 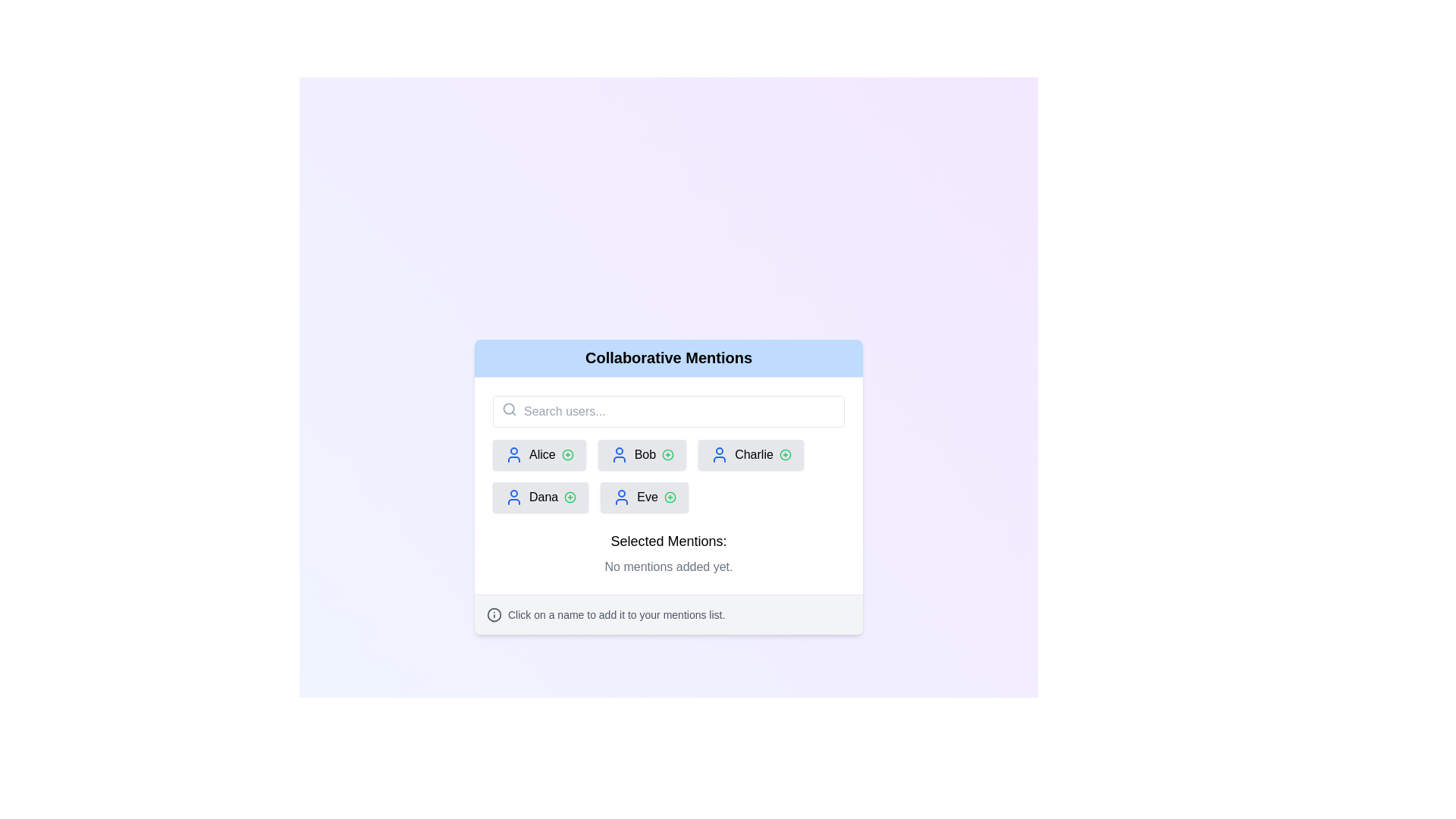 What do you see at coordinates (669, 497) in the screenshot?
I see `the 'Add' button icon related to the 'Eve' user` at bounding box center [669, 497].